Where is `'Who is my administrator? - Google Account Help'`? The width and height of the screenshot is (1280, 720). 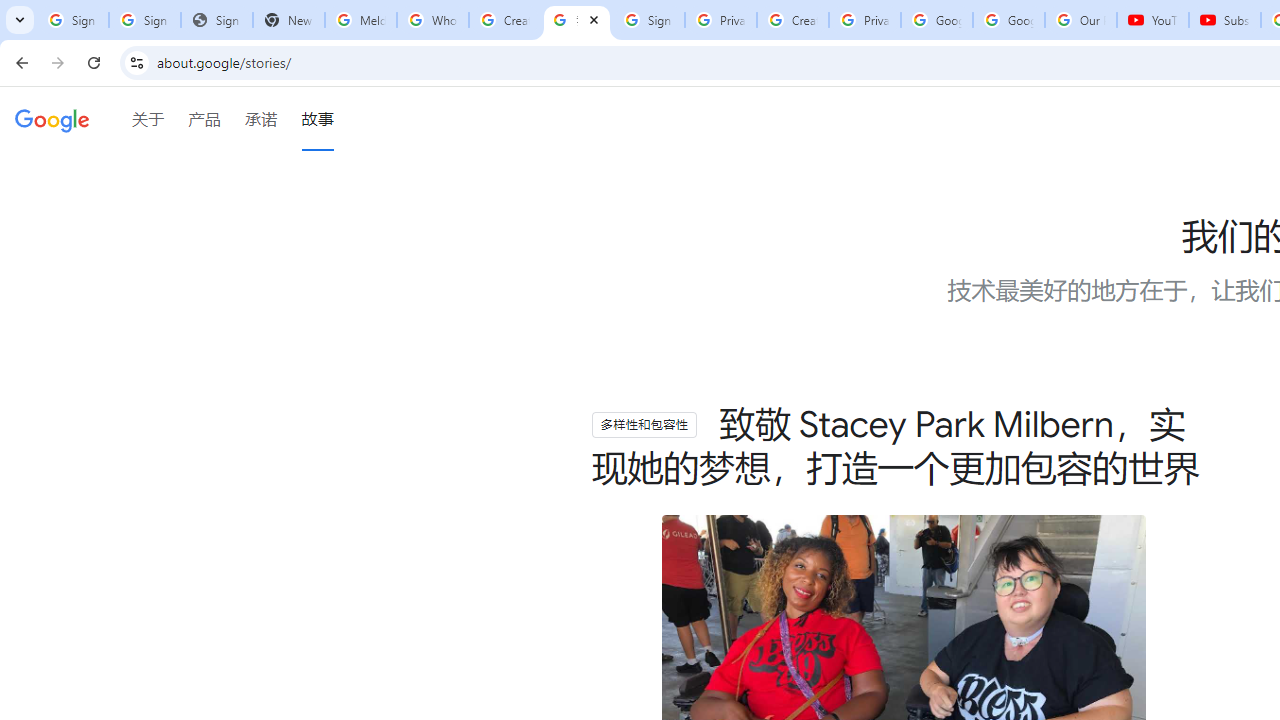 'Who is my administrator? - Google Account Help' is located at coordinates (431, 20).